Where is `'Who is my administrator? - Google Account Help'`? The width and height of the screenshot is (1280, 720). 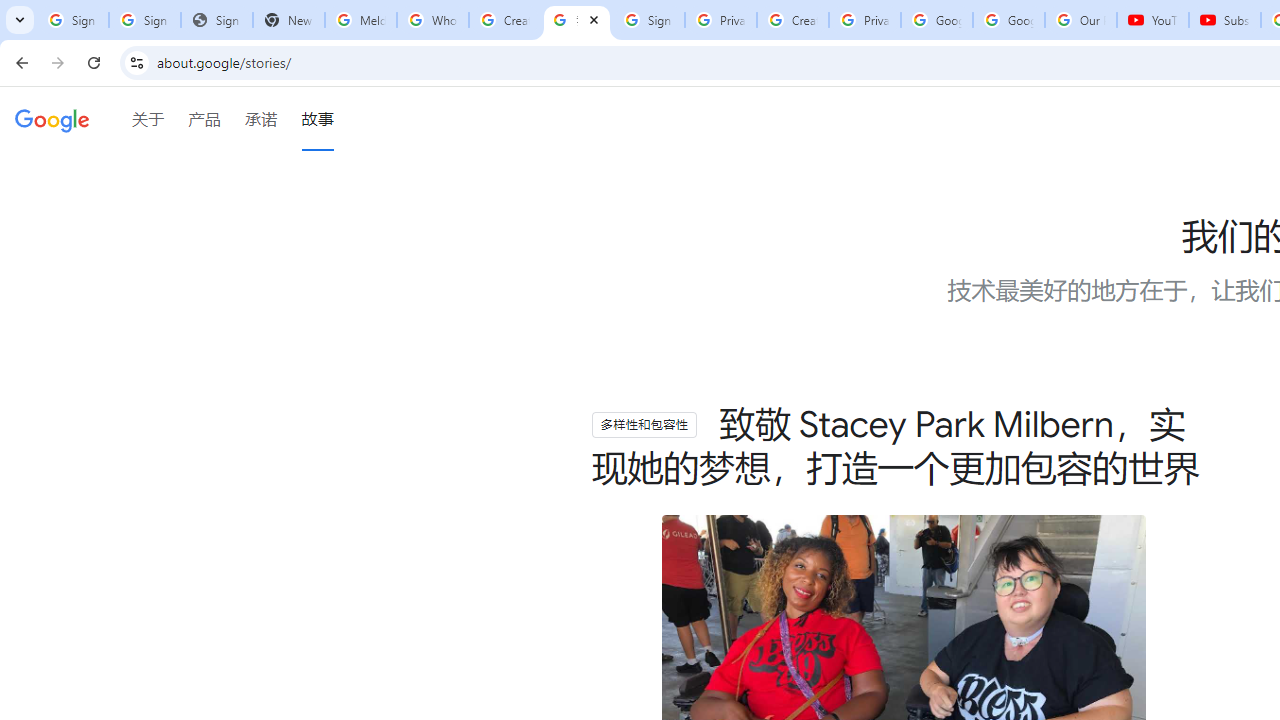 'Who is my administrator? - Google Account Help' is located at coordinates (431, 20).